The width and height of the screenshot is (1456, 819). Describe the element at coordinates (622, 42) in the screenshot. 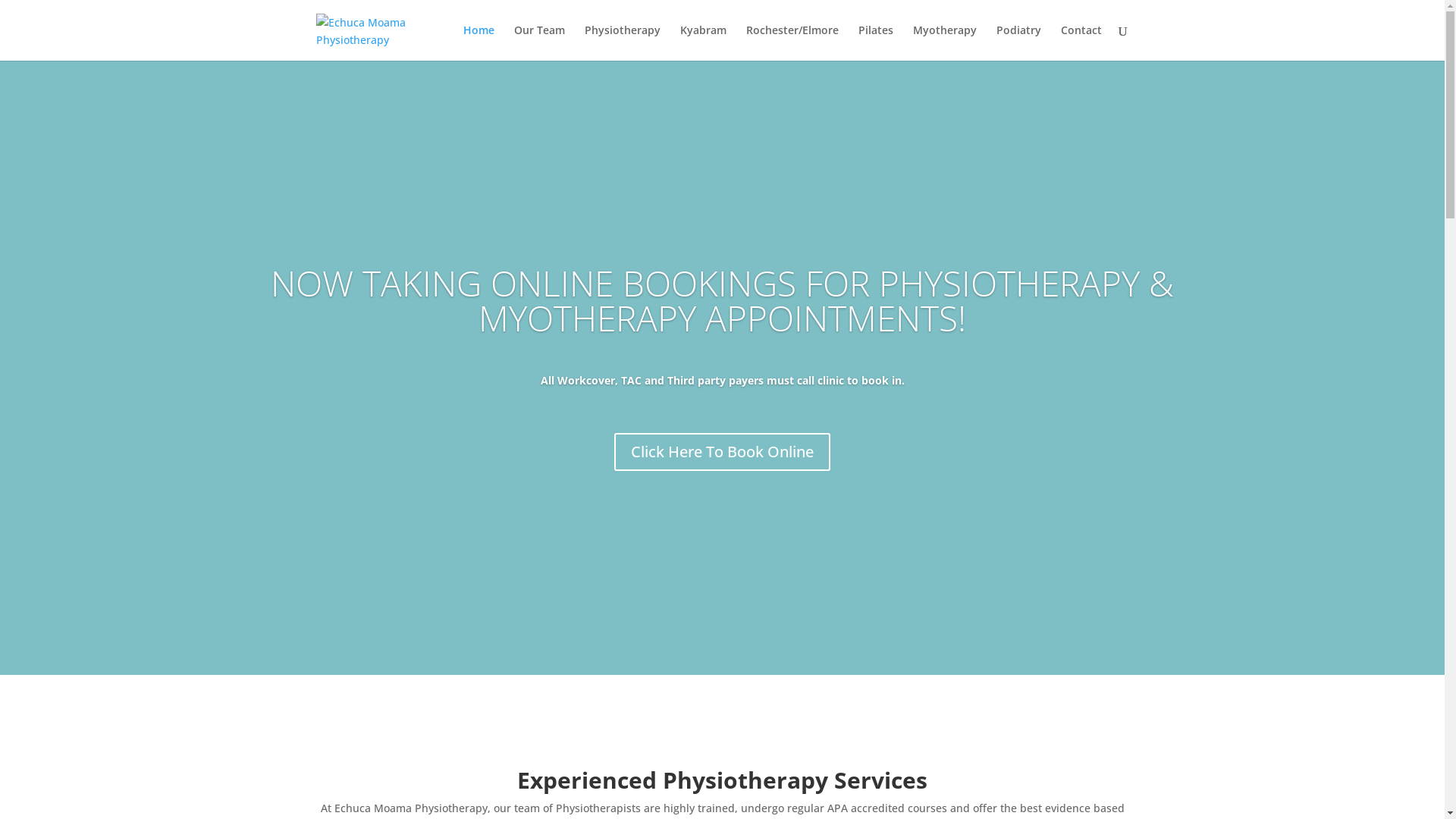

I see `'Physiotherapy'` at that location.